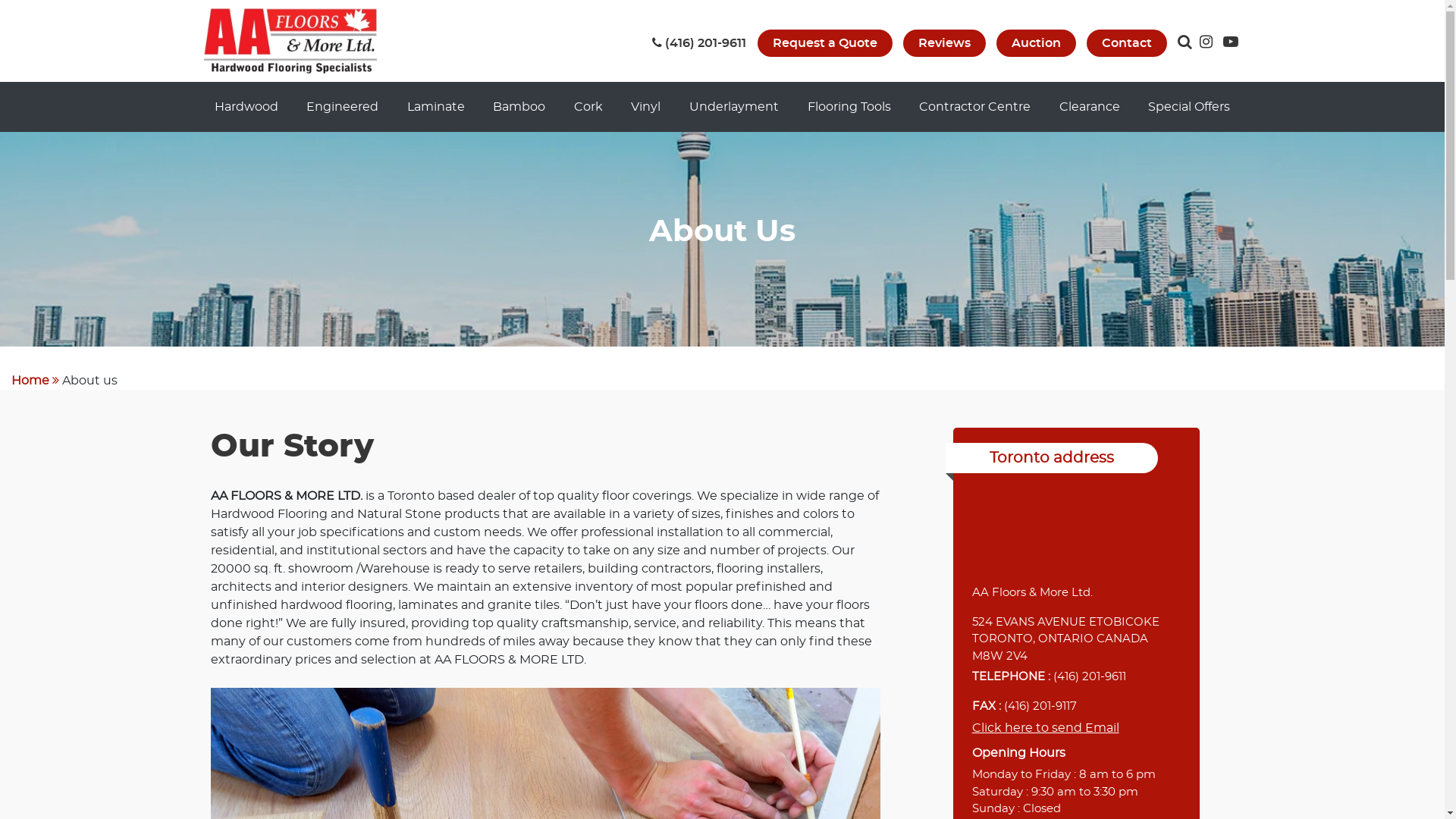 Image resolution: width=1456 pixels, height=819 pixels. Describe the element at coordinates (1125, 42) in the screenshot. I see `'Contact'` at that location.